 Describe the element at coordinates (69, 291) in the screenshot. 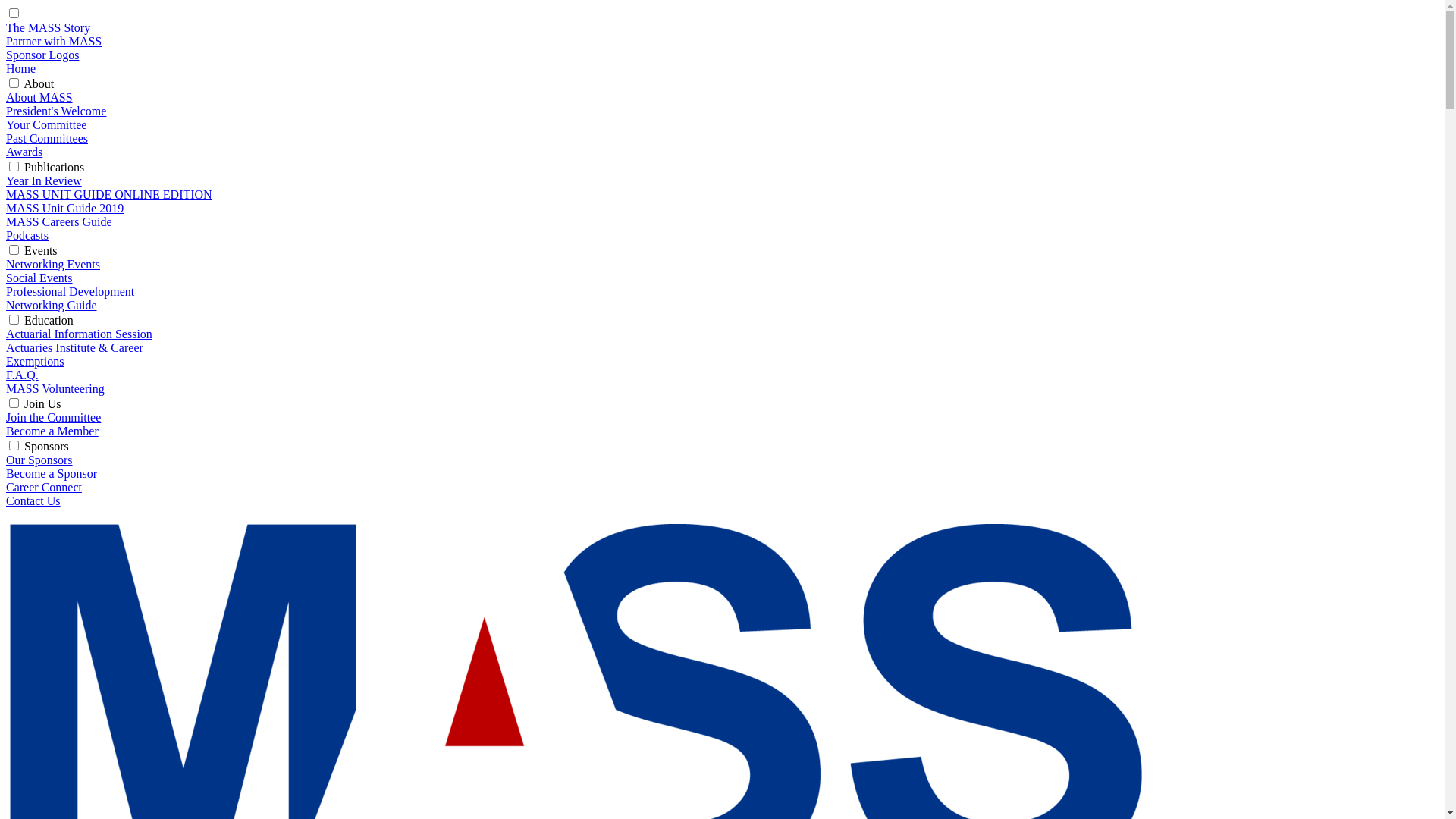

I see `'Professional Development'` at that location.